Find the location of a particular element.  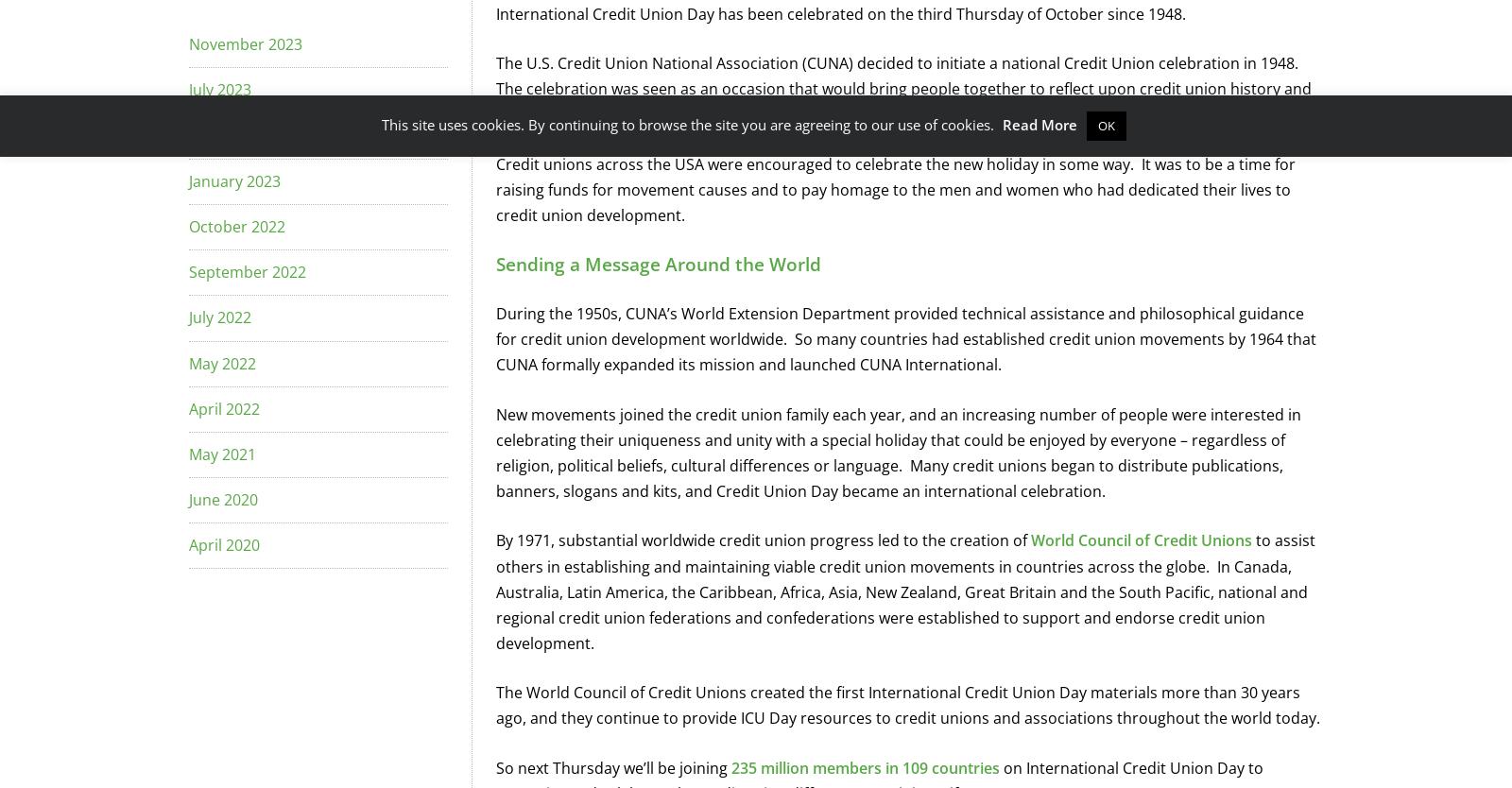

'November 2023' is located at coordinates (246, 44).